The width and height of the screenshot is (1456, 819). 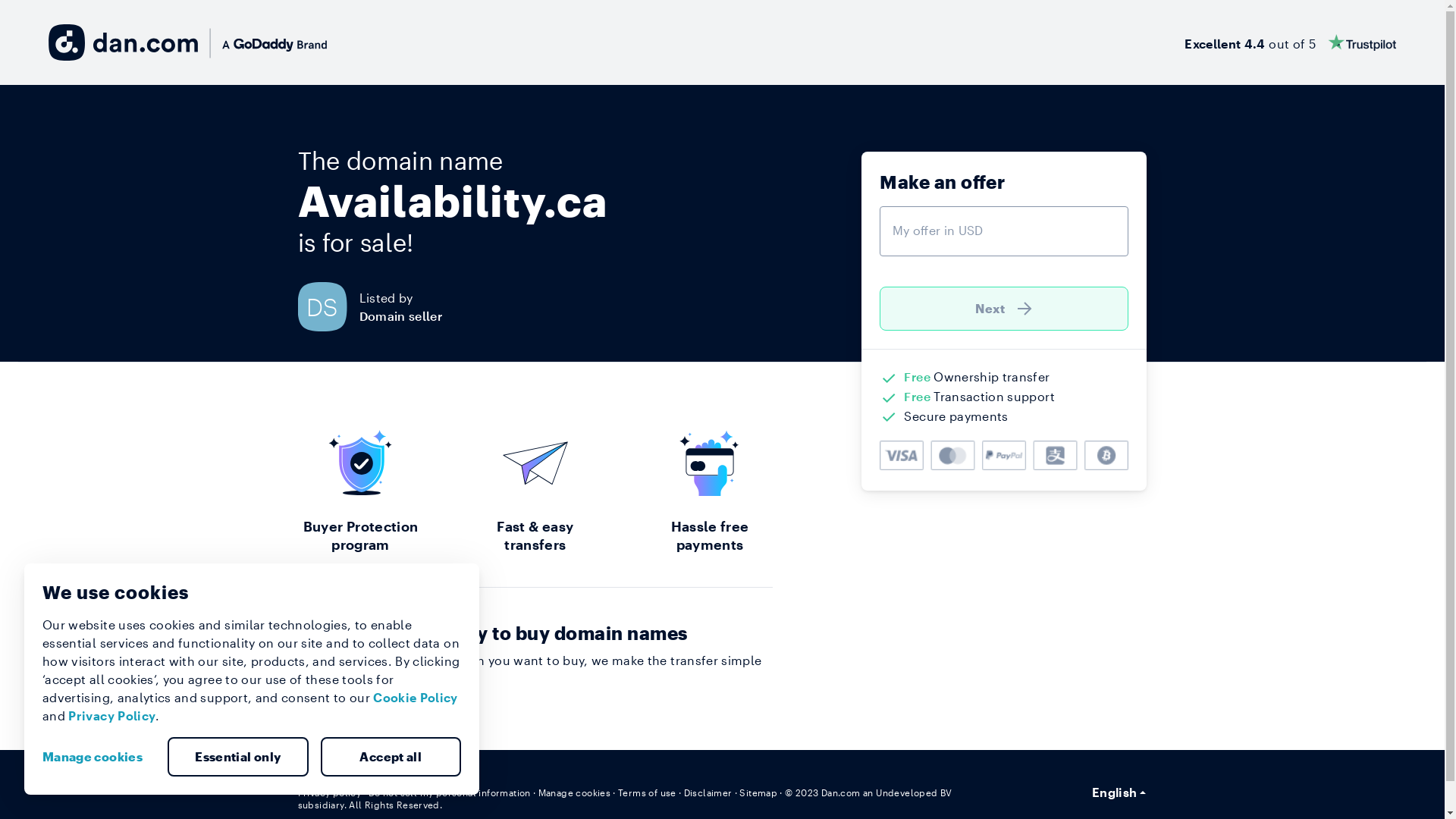 I want to click on 'Manage cookies', so click(x=574, y=792).